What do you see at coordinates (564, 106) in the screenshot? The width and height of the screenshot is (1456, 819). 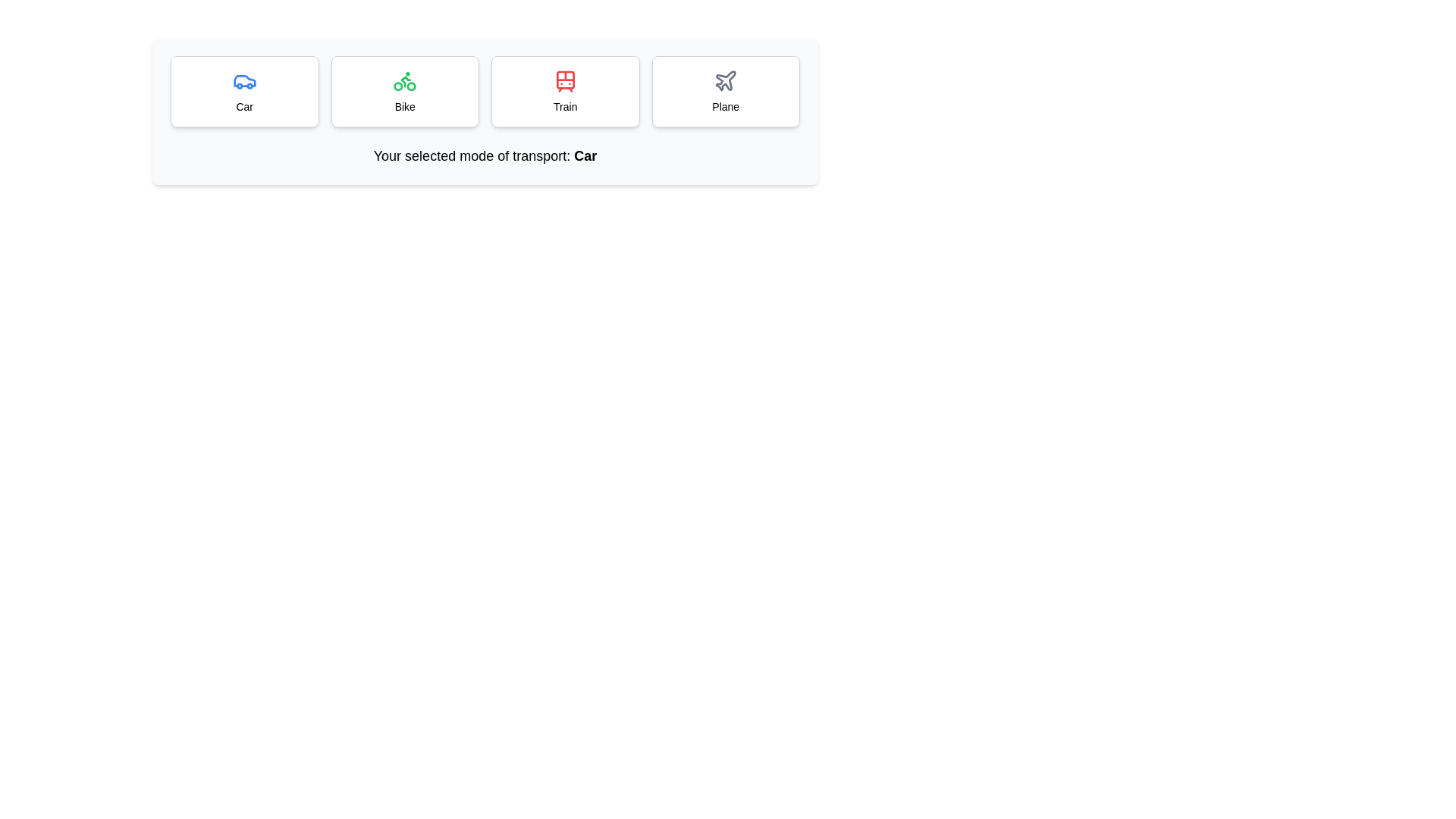 I see `the text label for the transport mode 'Train', which is located directly underneath the train icon in the third button of the transport mode options grid` at bounding box center [564, 106].